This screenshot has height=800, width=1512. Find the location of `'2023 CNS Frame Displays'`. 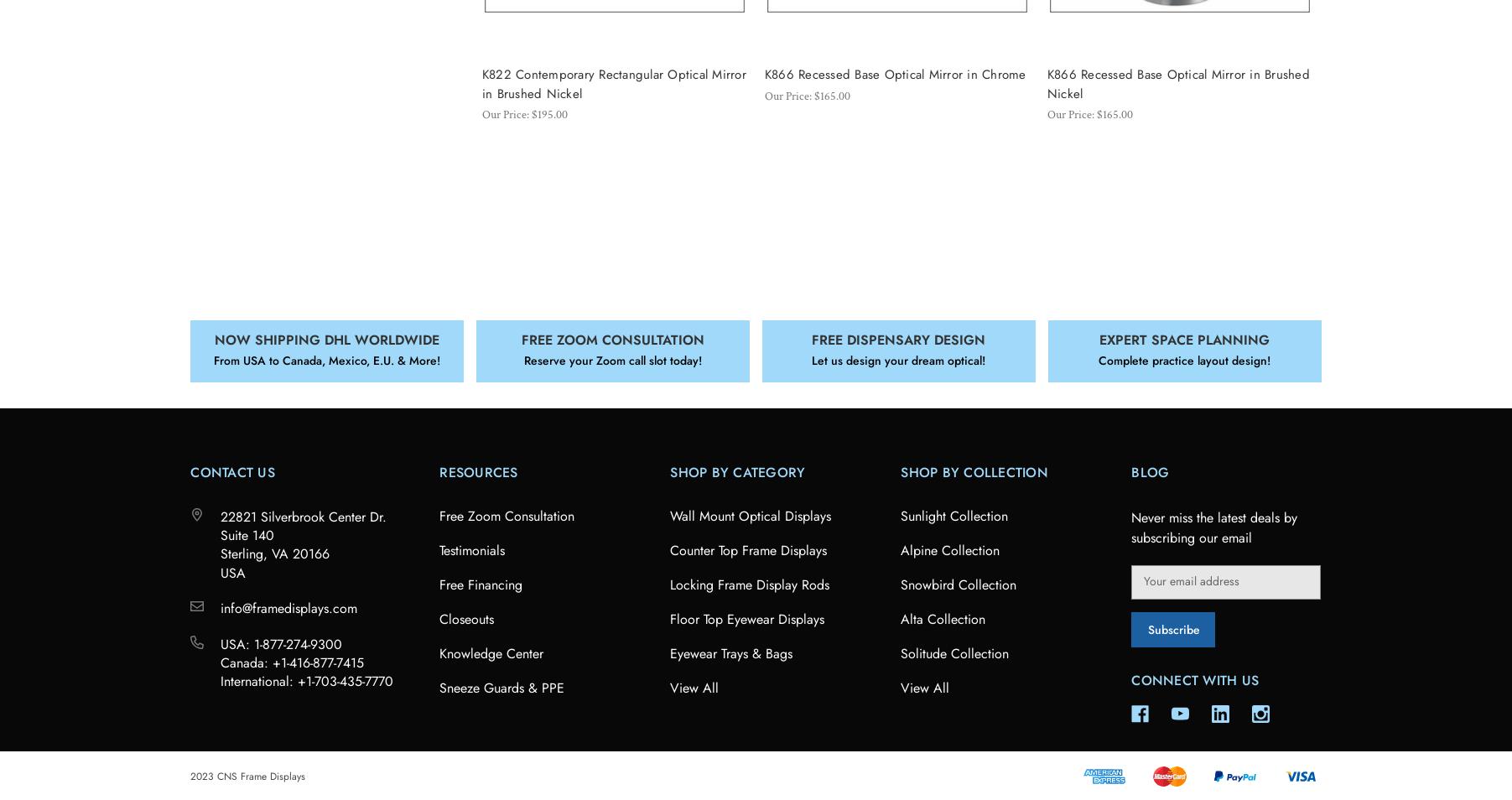

'2023 CNS Frame Displays' is located at coordinates (189, 775).